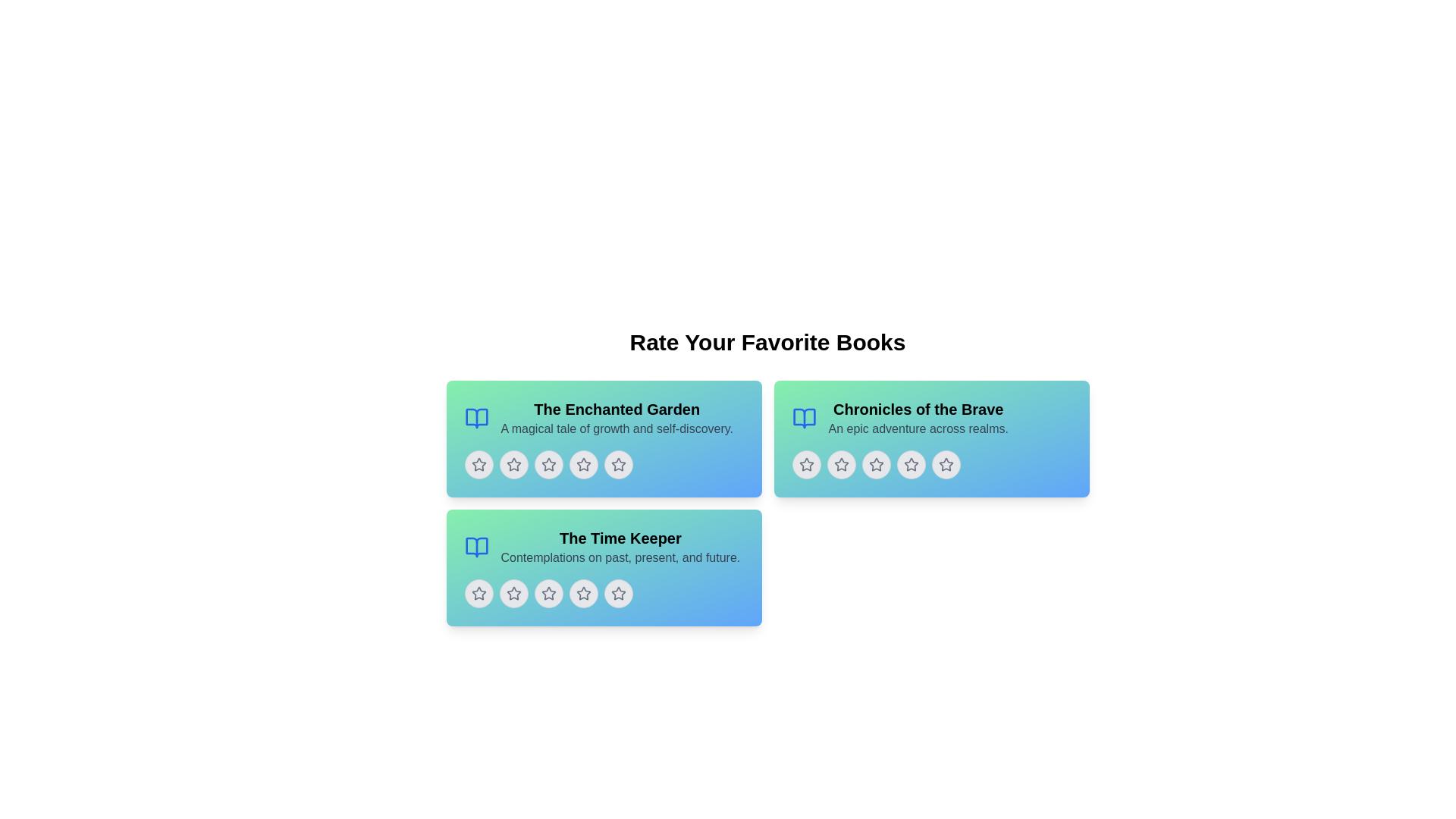 The height and width of the screenshot is (819, 1456). Describe the element at coordinates (618, 463) in the screenshot. I see `the second star-shaped rating icon in the row below the book titled 'The Enchanted Garden'` at that location.